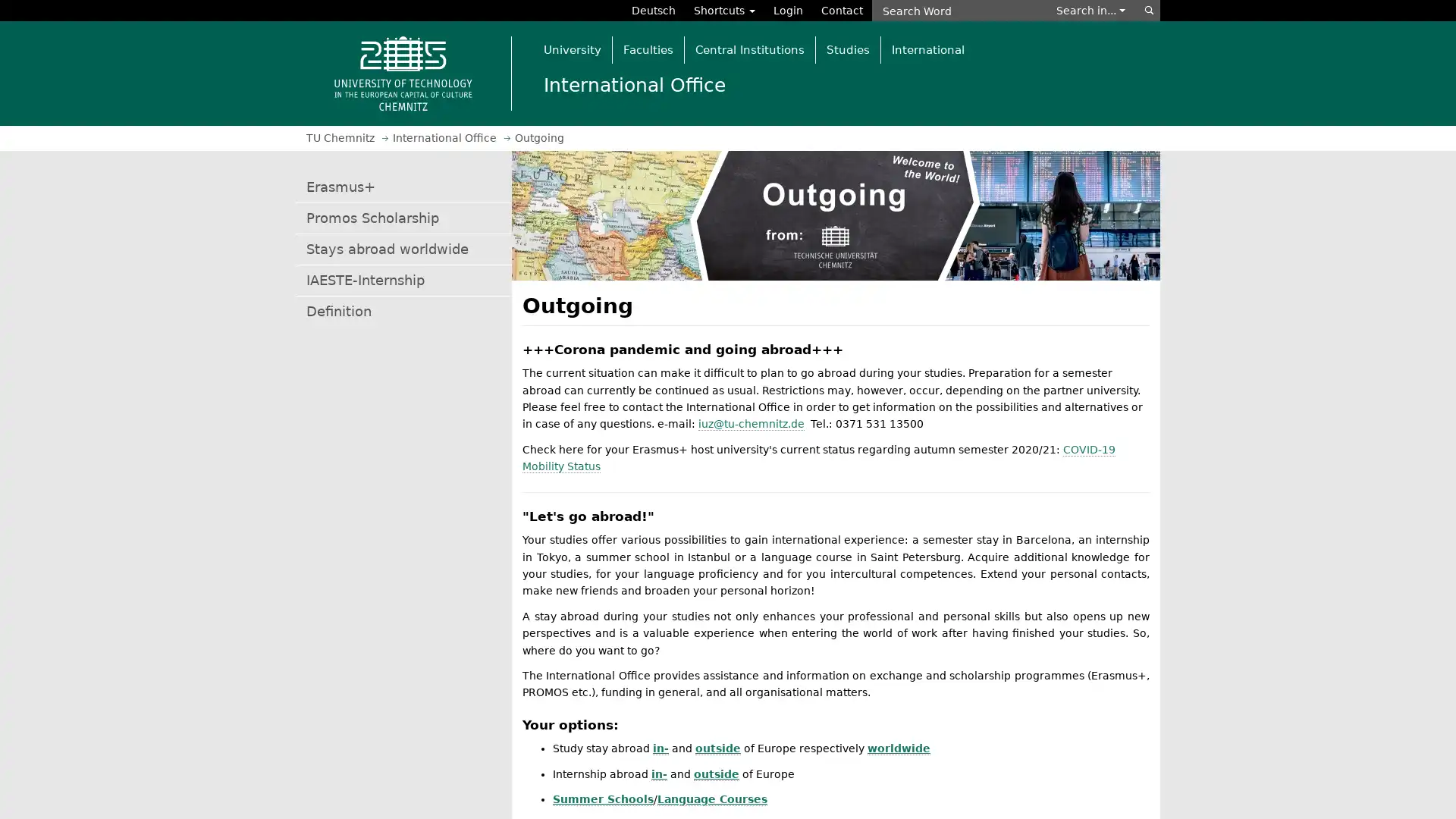 The height and width of the screenshot is (819, 1456). What do you see at coordinates (571, 49) in the screenshot?
I see `University` at bounding box center [571, 49].